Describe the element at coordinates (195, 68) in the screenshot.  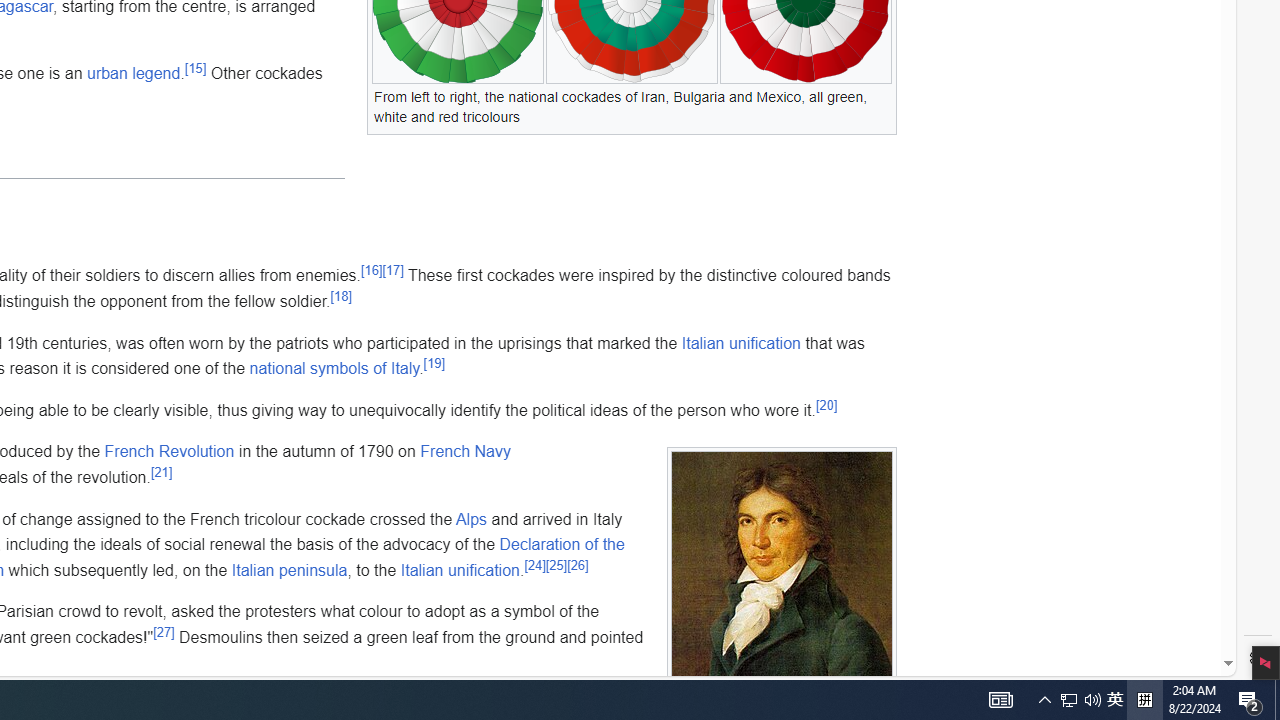
I see `'[15]'` at that location.